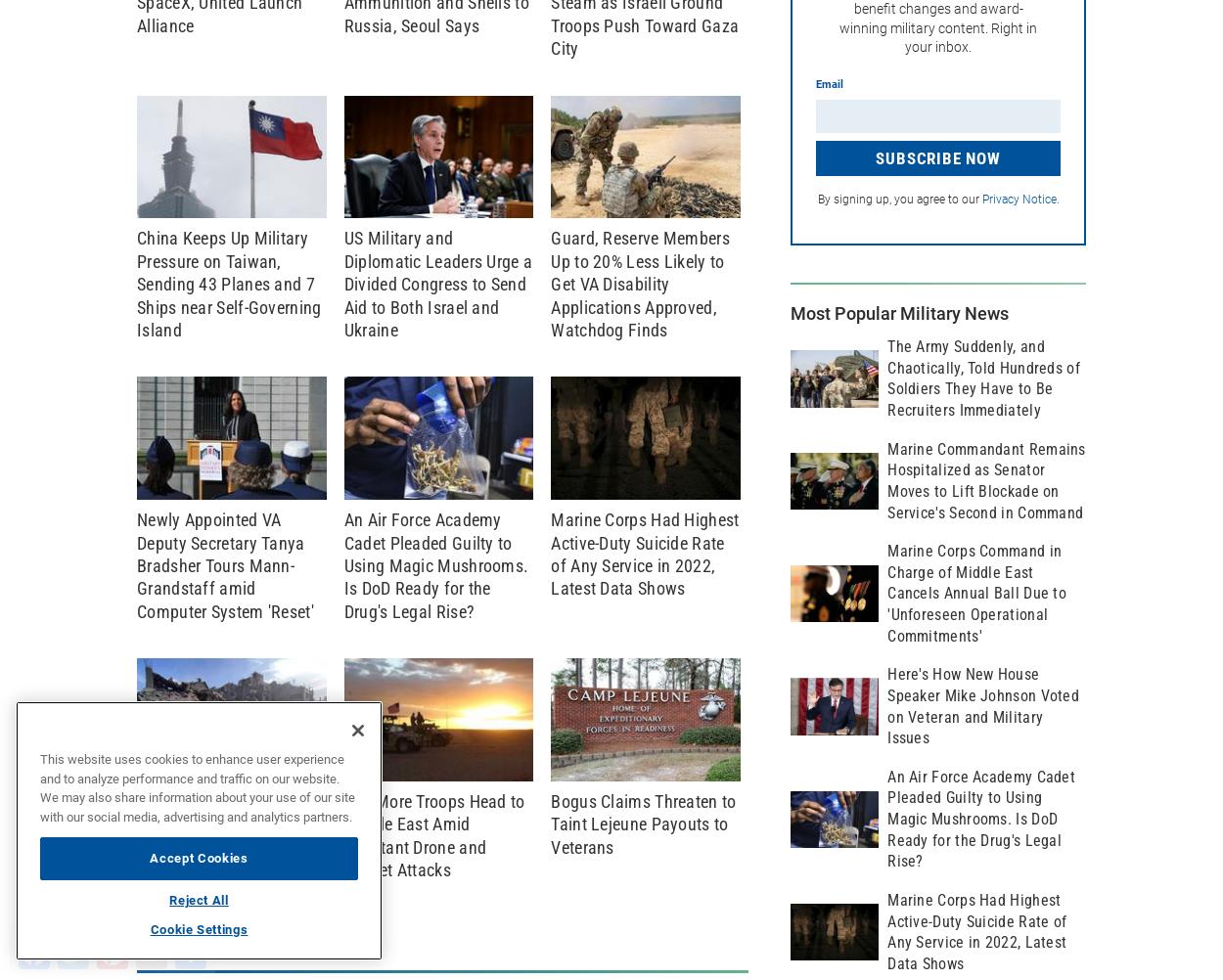  I want to click on 'The Army Suddenly, and Chaotically, Told Hundreds of Soldiers They Have to Be Recruiters Immediately', so click(983, 378).